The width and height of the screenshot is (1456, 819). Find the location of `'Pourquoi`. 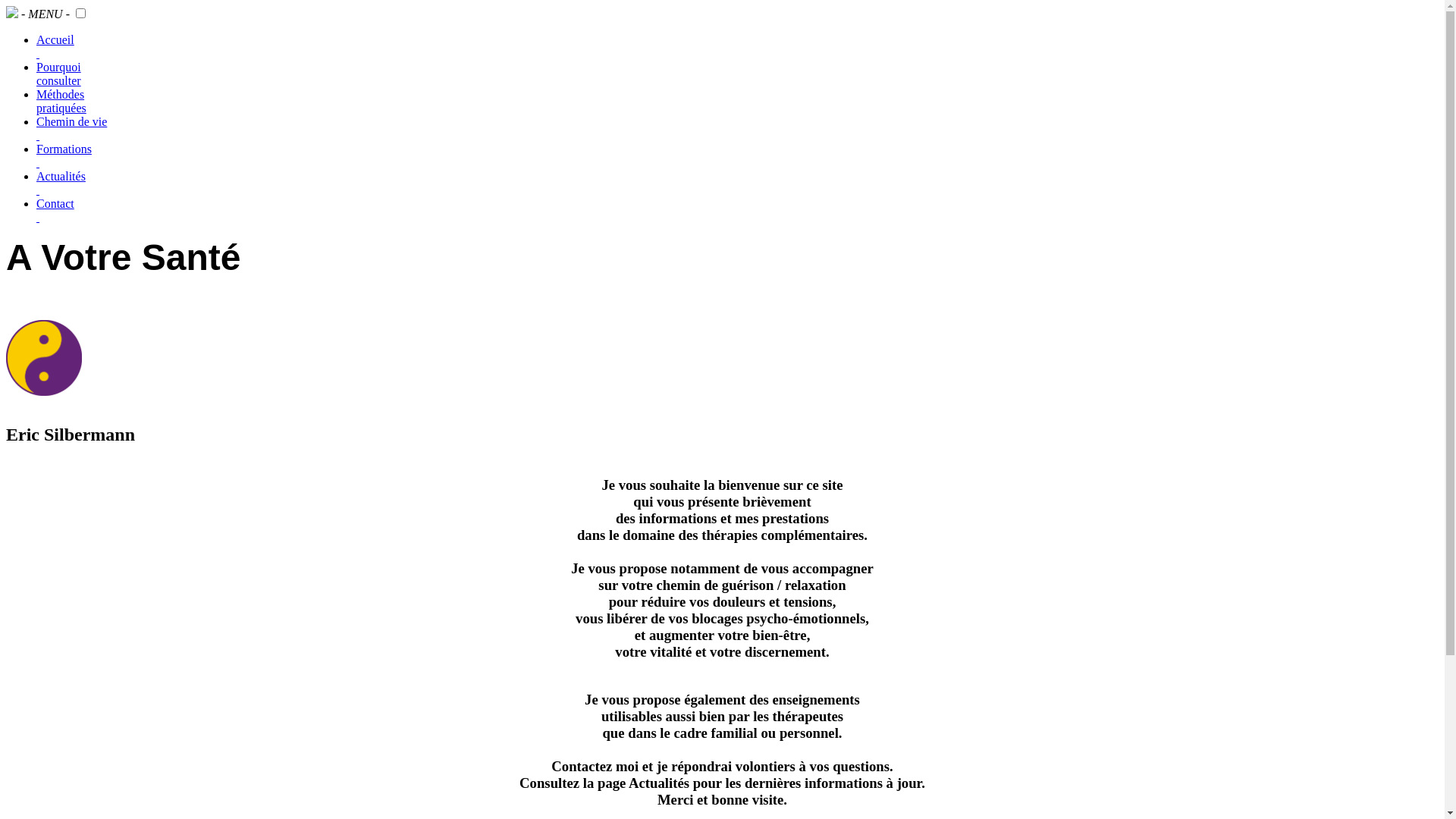

'Pourquoi is located at coordinates (58, 74).